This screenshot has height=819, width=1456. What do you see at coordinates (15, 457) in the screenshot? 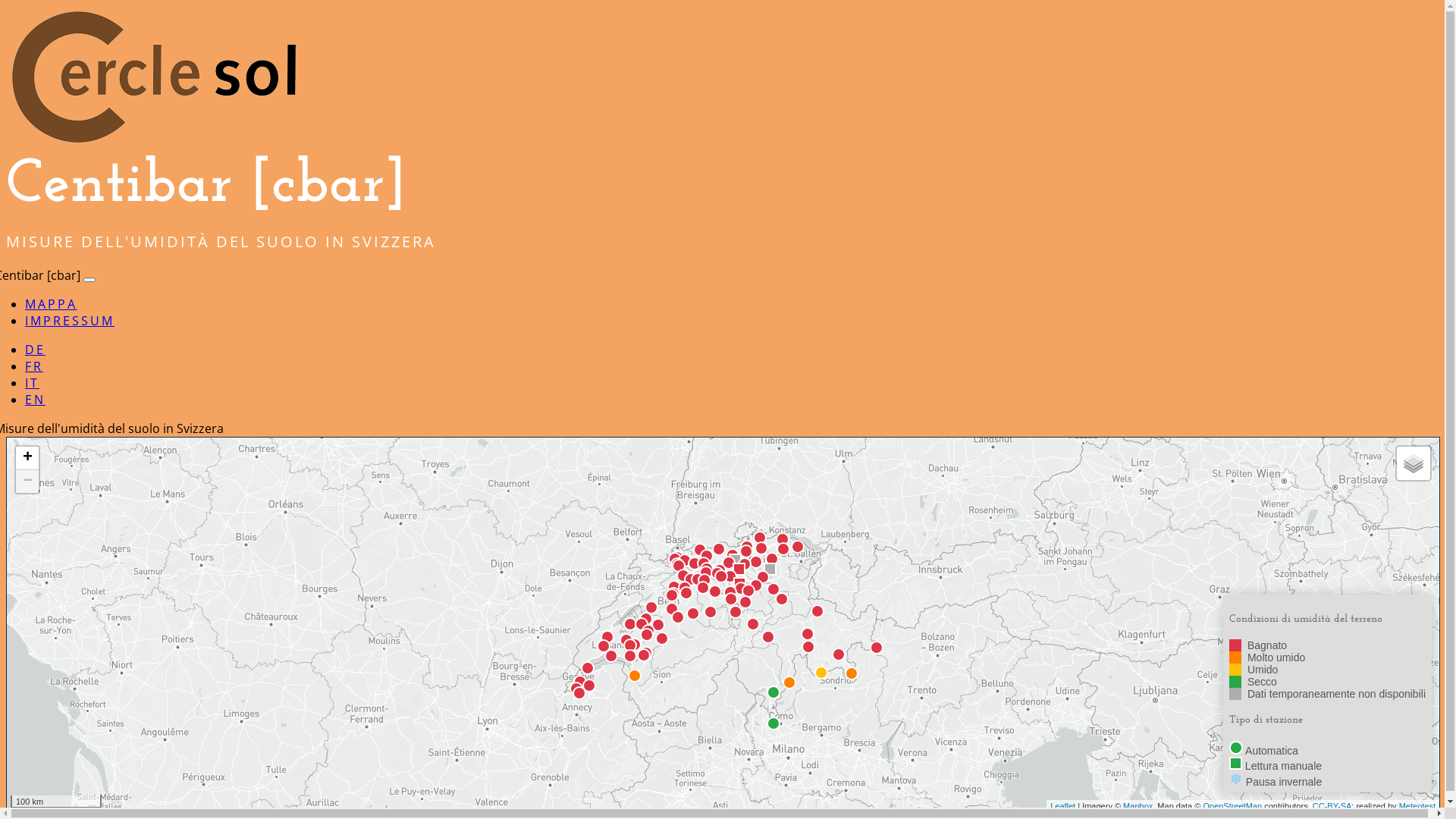
I see `'+'` at bounding box center [15, 457].